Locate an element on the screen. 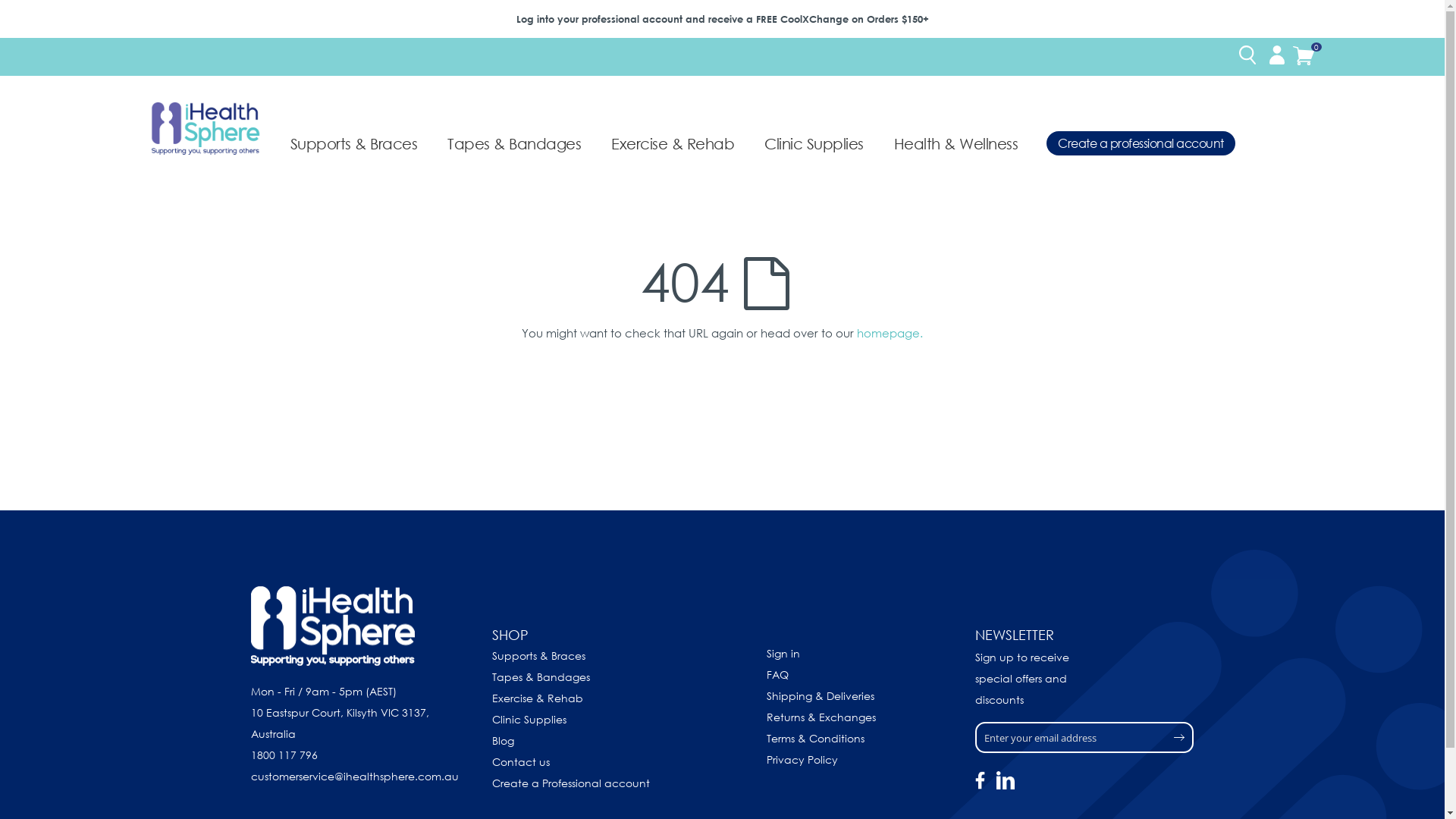  'Privacy Policy' is located at coordinates (801, 759).